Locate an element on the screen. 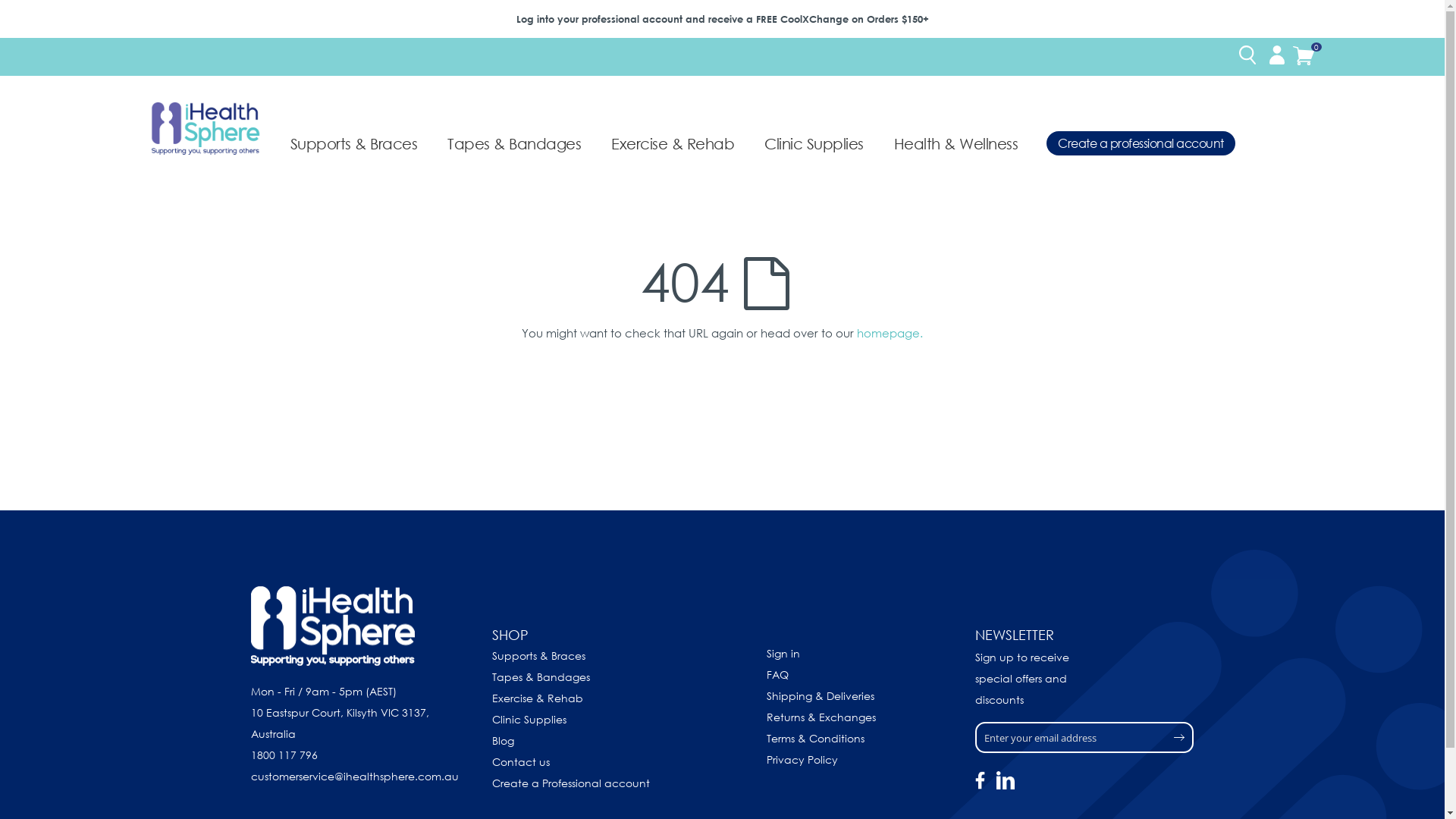  'Privacy Policy' is located at coordinates (801, 759).